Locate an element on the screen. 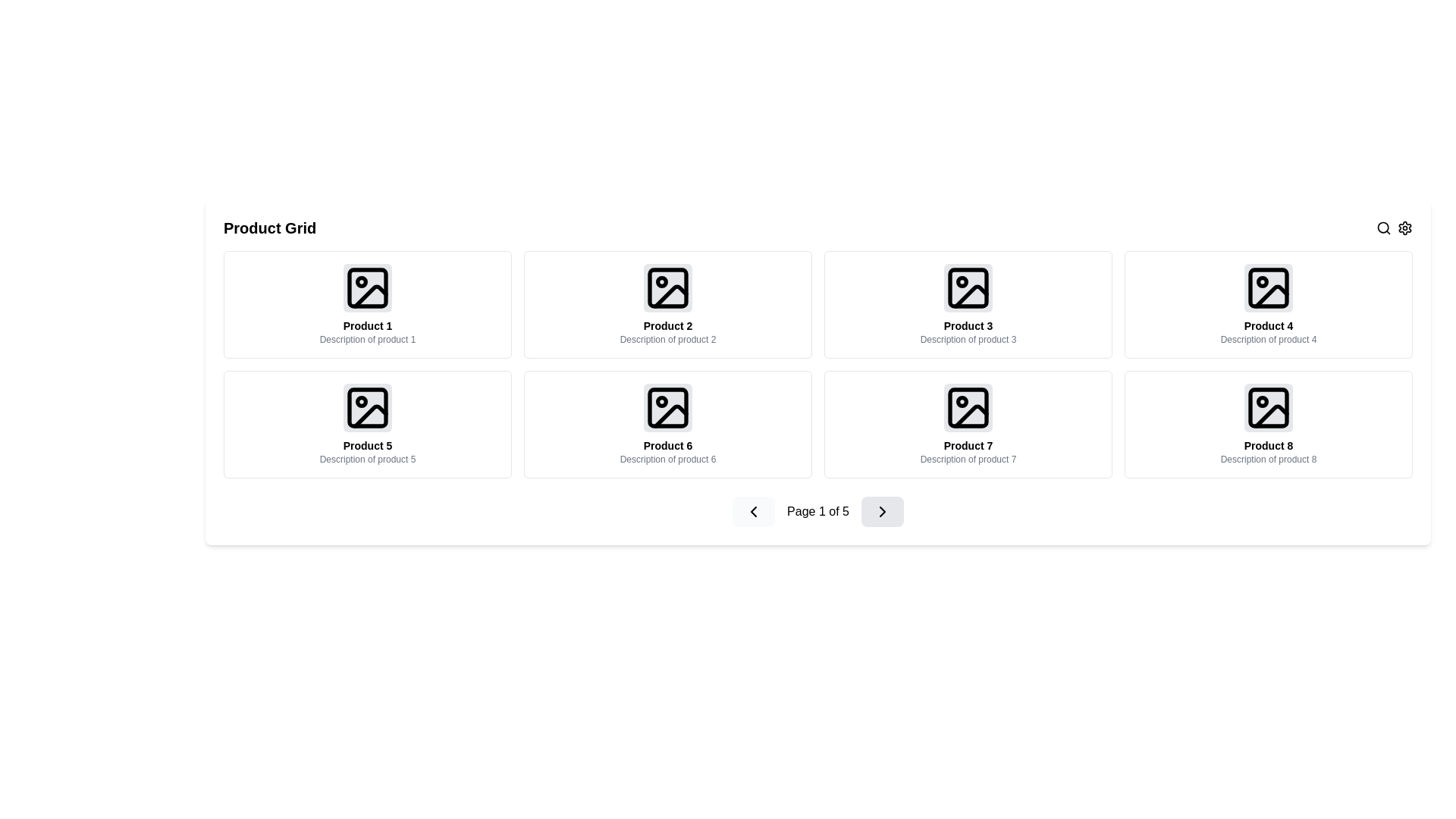 The image size is (1456, 819). the button with the 'lucide-chevron-left' class is located at coordinates (753, 512).